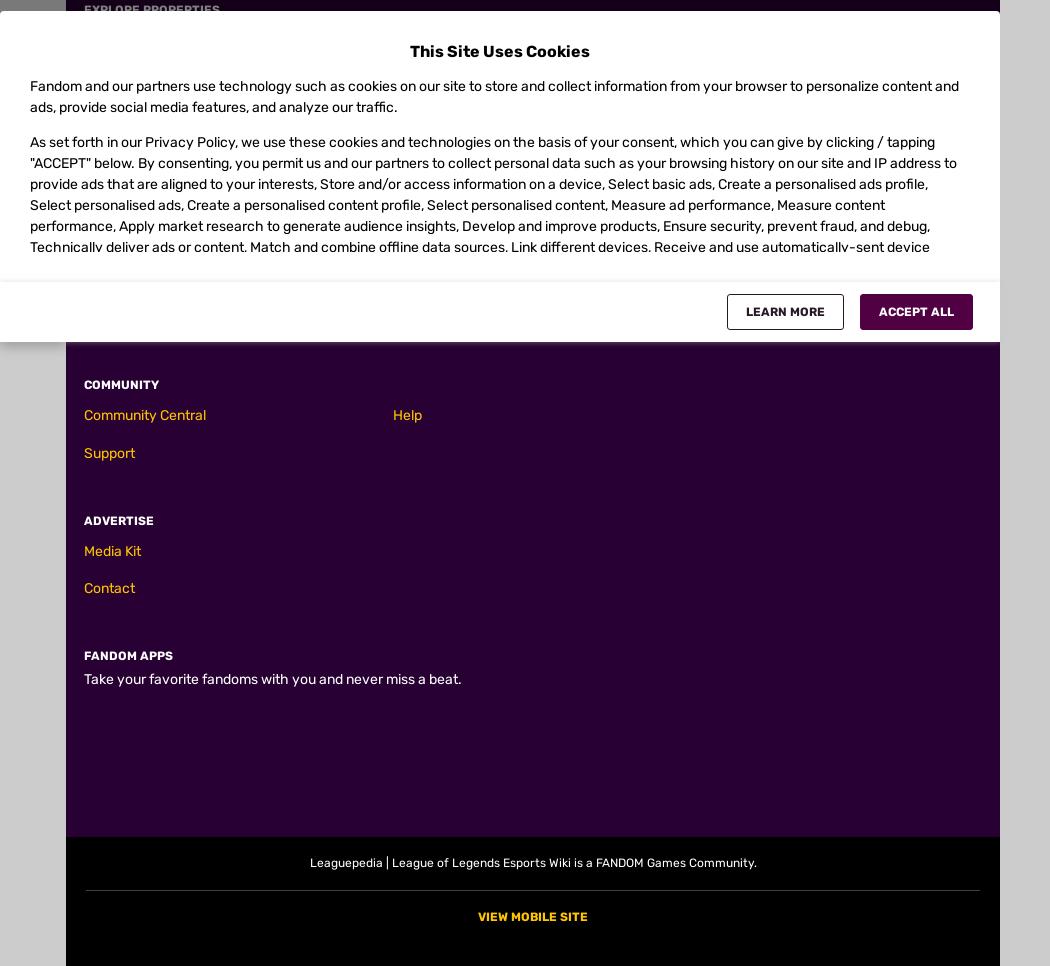 This screenshot has width=1050, height=966. I want to click on '[0.4 ability power + 0.6 total attack damage]', so click(343, 669).